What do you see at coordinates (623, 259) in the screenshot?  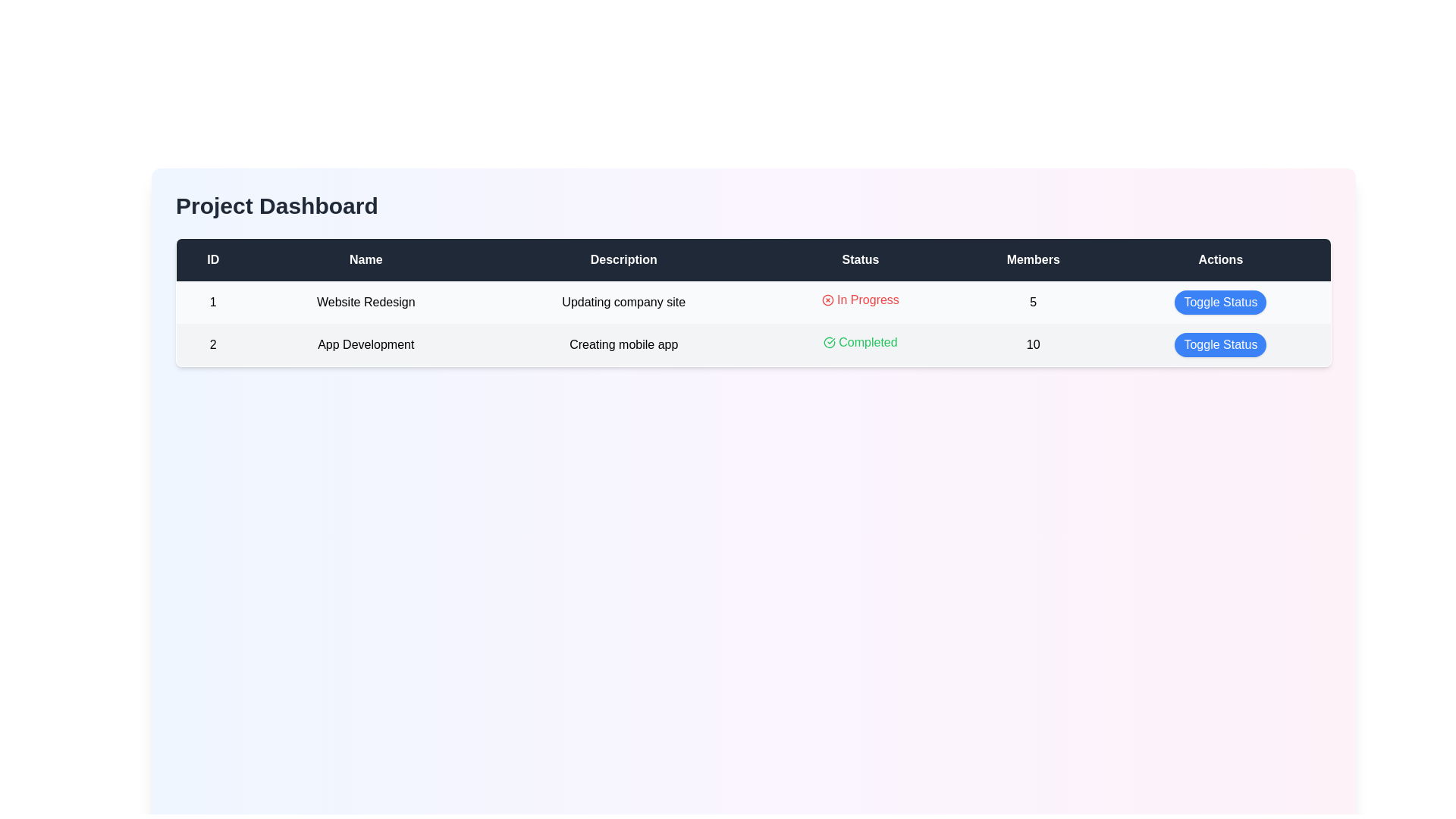 I see `text of the 'Description' label located in the header row of the table, positioned between the 'Name' and 'Status' columns` at bounding box center [623, 259].